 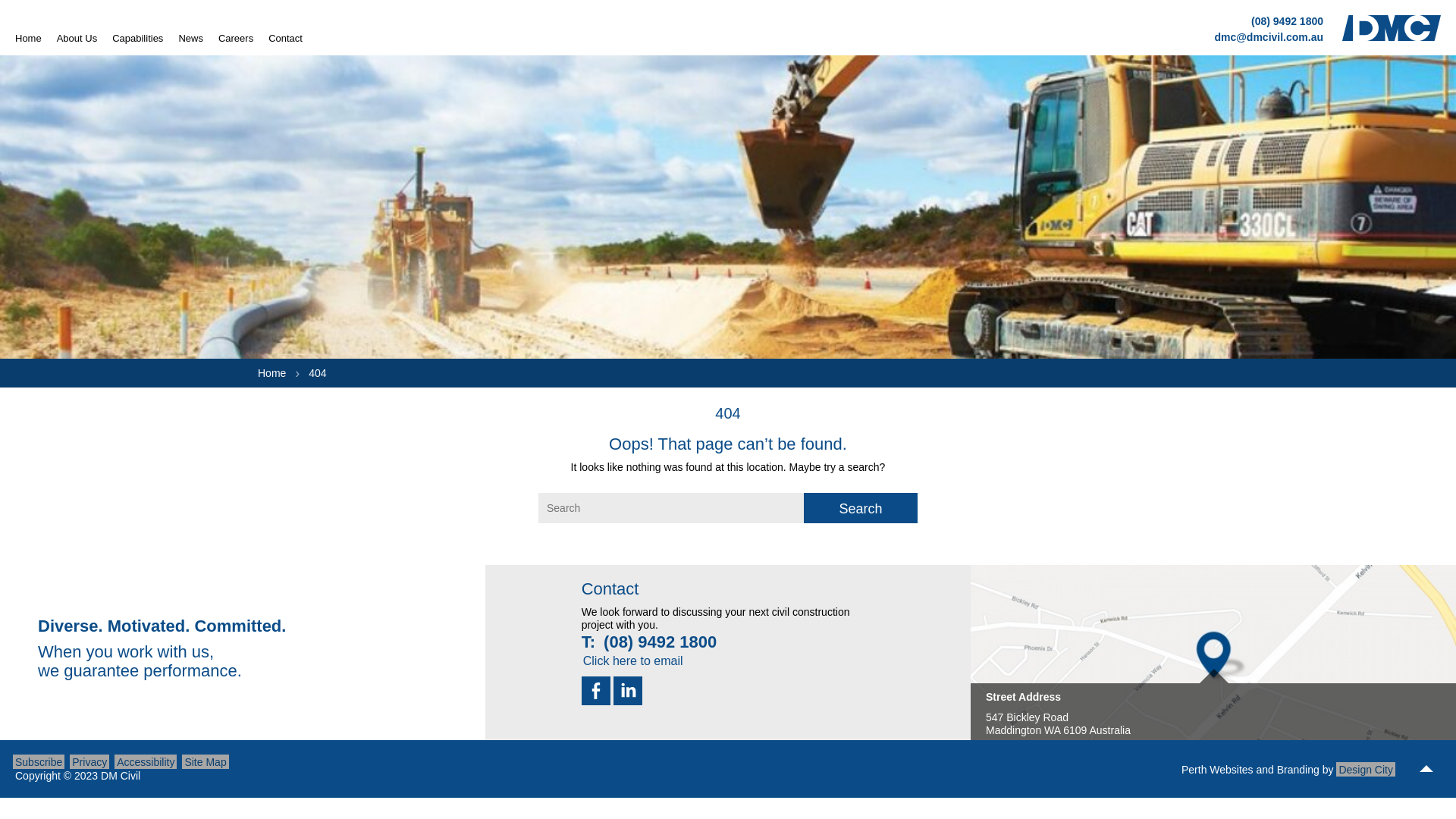 I want to click on 'Perth Websites', so click(x=1217, y=769).